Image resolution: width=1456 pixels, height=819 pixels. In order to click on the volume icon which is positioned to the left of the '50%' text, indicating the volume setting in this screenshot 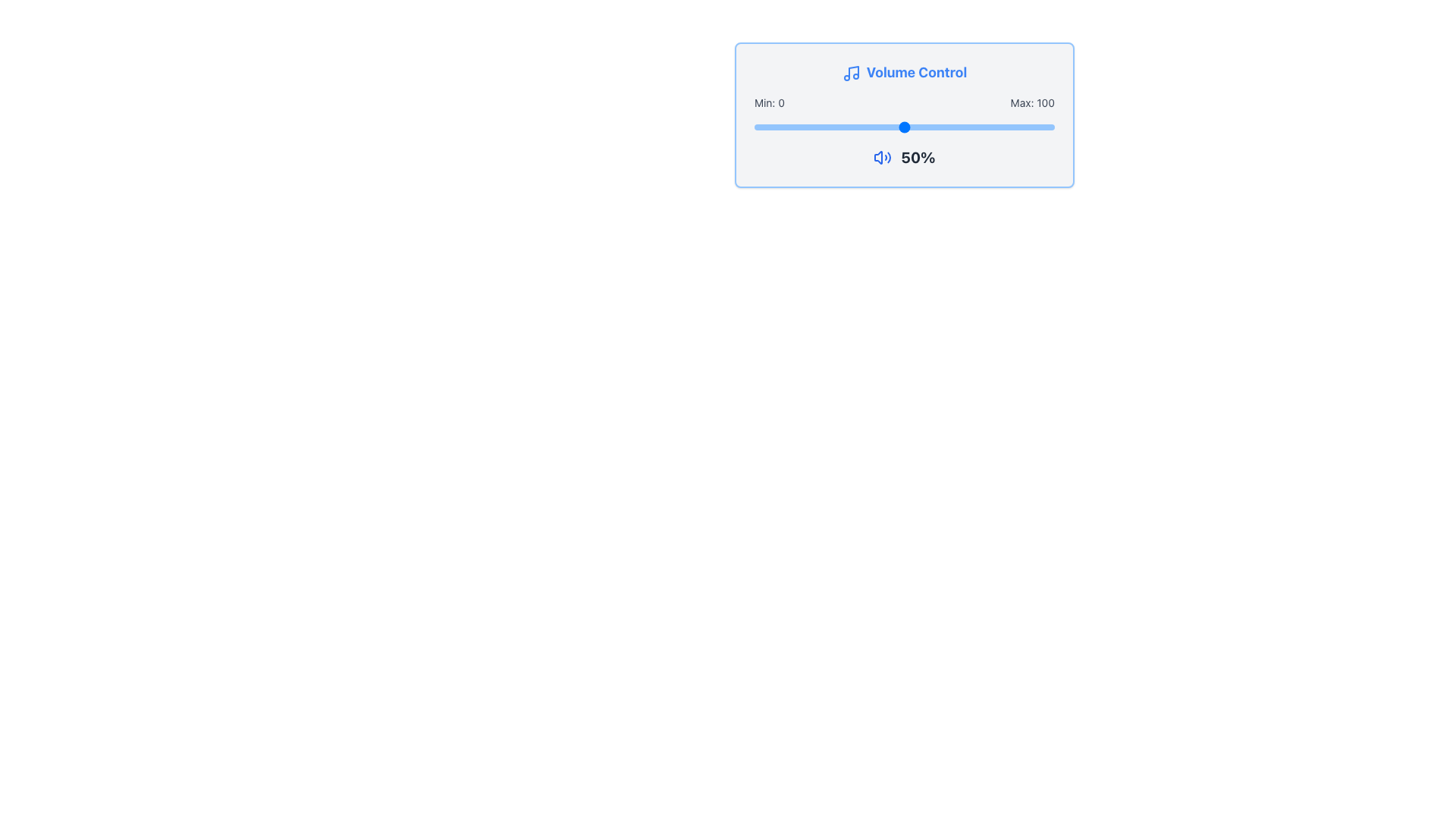, I will do `click(883, 158)`.